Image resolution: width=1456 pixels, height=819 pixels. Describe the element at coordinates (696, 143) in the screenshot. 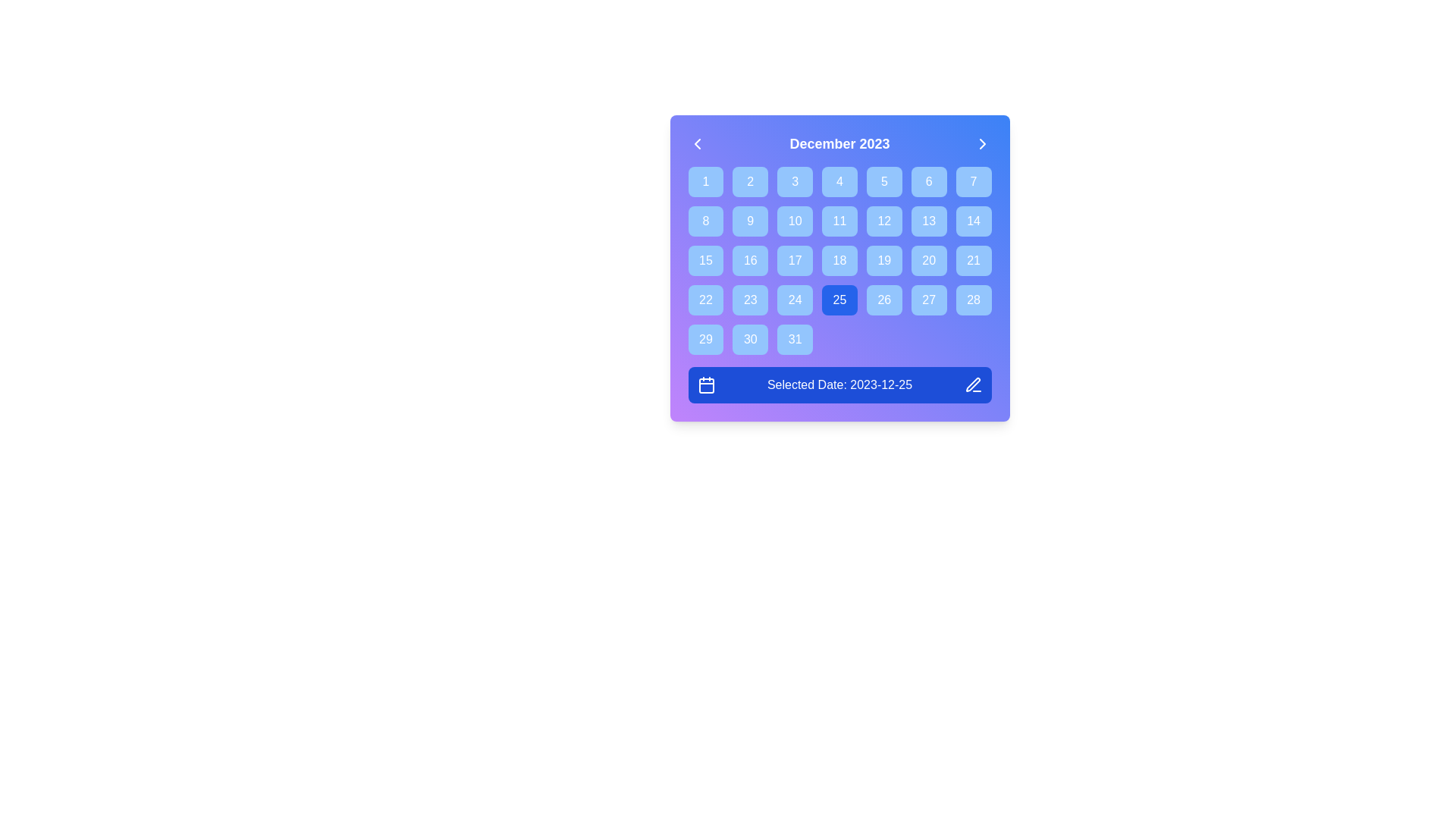

I see `the left navigation button` at that location.